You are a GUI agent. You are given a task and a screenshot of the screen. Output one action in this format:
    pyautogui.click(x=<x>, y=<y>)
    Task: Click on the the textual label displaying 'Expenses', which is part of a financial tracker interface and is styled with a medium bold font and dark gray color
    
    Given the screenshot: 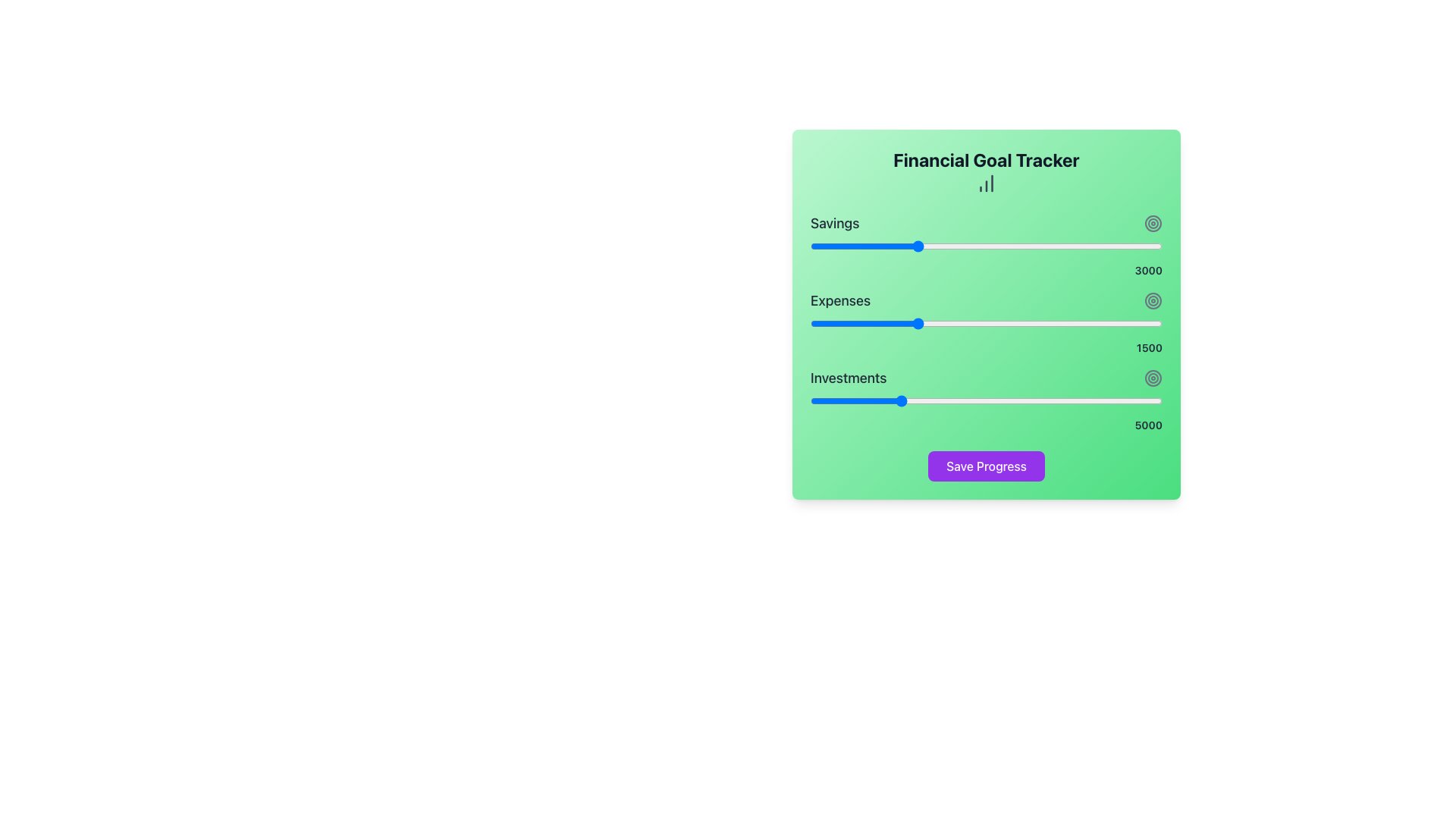 What is the action you would take?
    pyautogui.click(x=839, y=301)
    